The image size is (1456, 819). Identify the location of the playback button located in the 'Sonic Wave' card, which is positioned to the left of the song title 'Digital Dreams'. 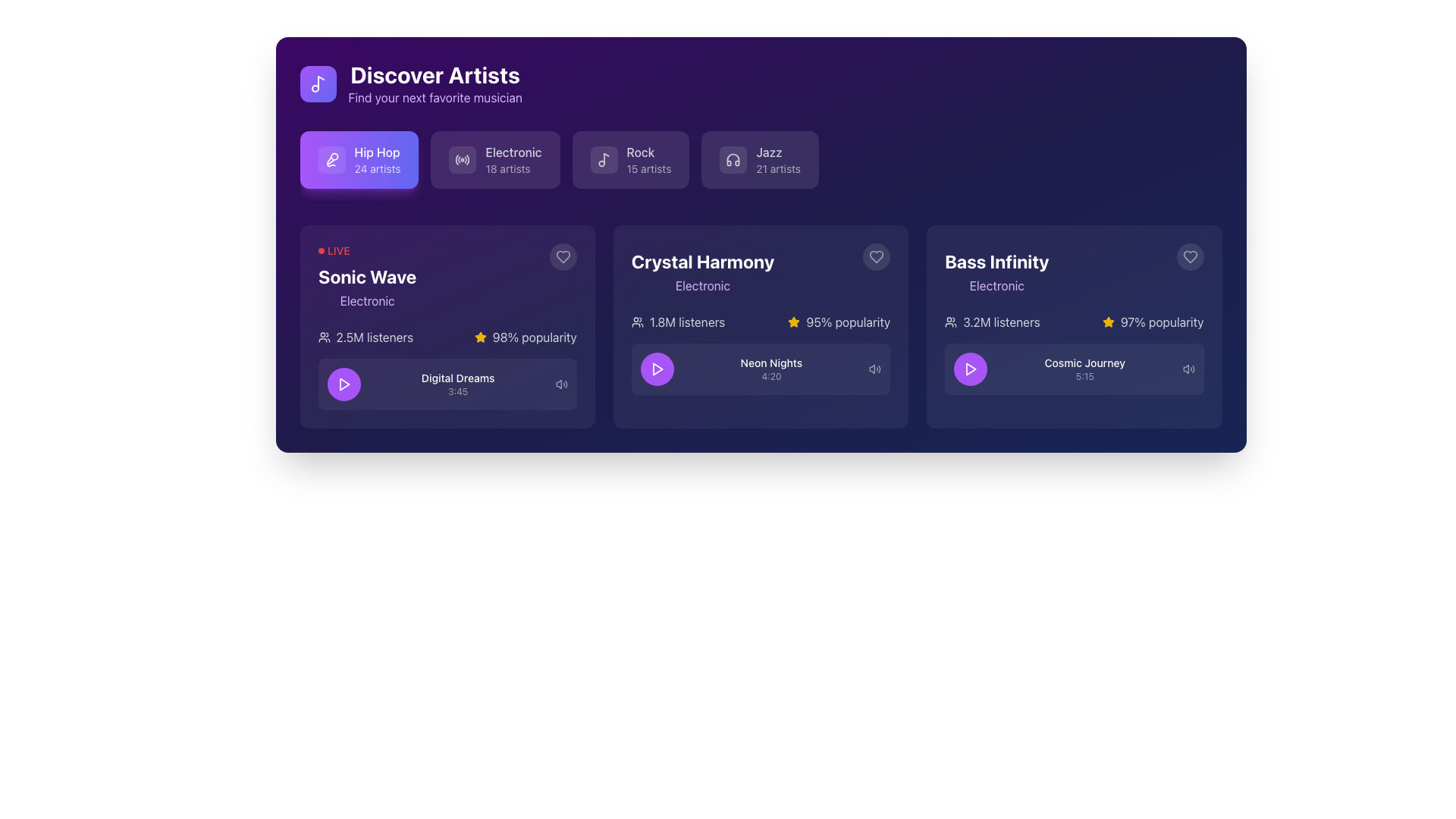
(343, 383).